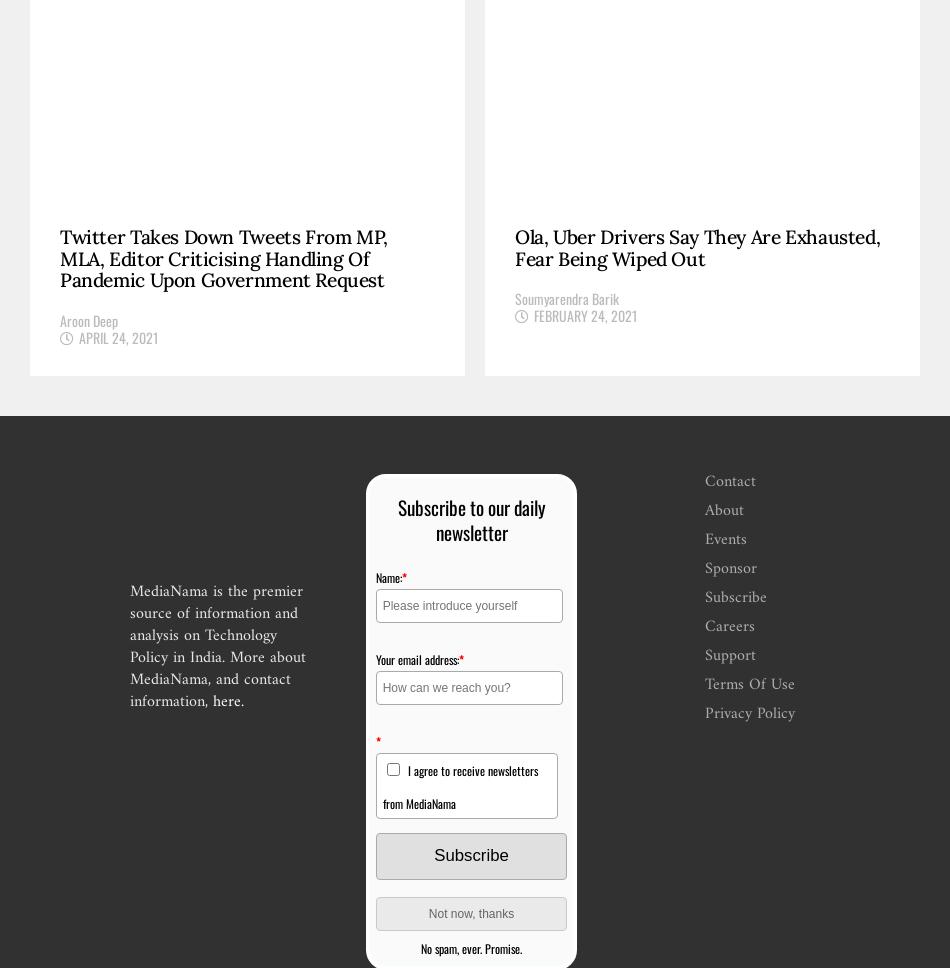  What do you see at coordinates (704, 568) in the screenshot?
I see `'Sponsor'` at bounding box center [704, 568].